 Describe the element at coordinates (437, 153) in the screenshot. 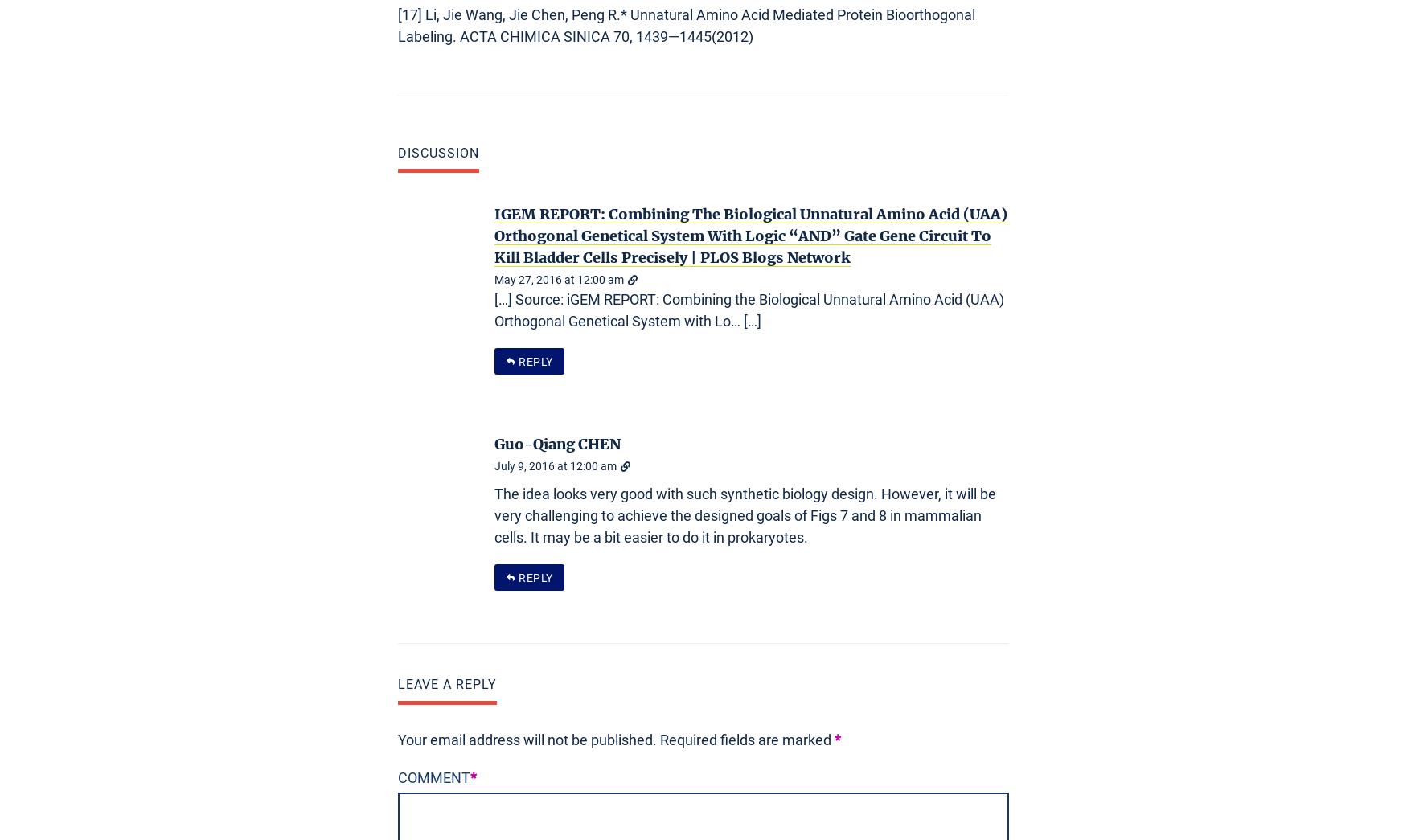

I see `'Discussion'` at that location.